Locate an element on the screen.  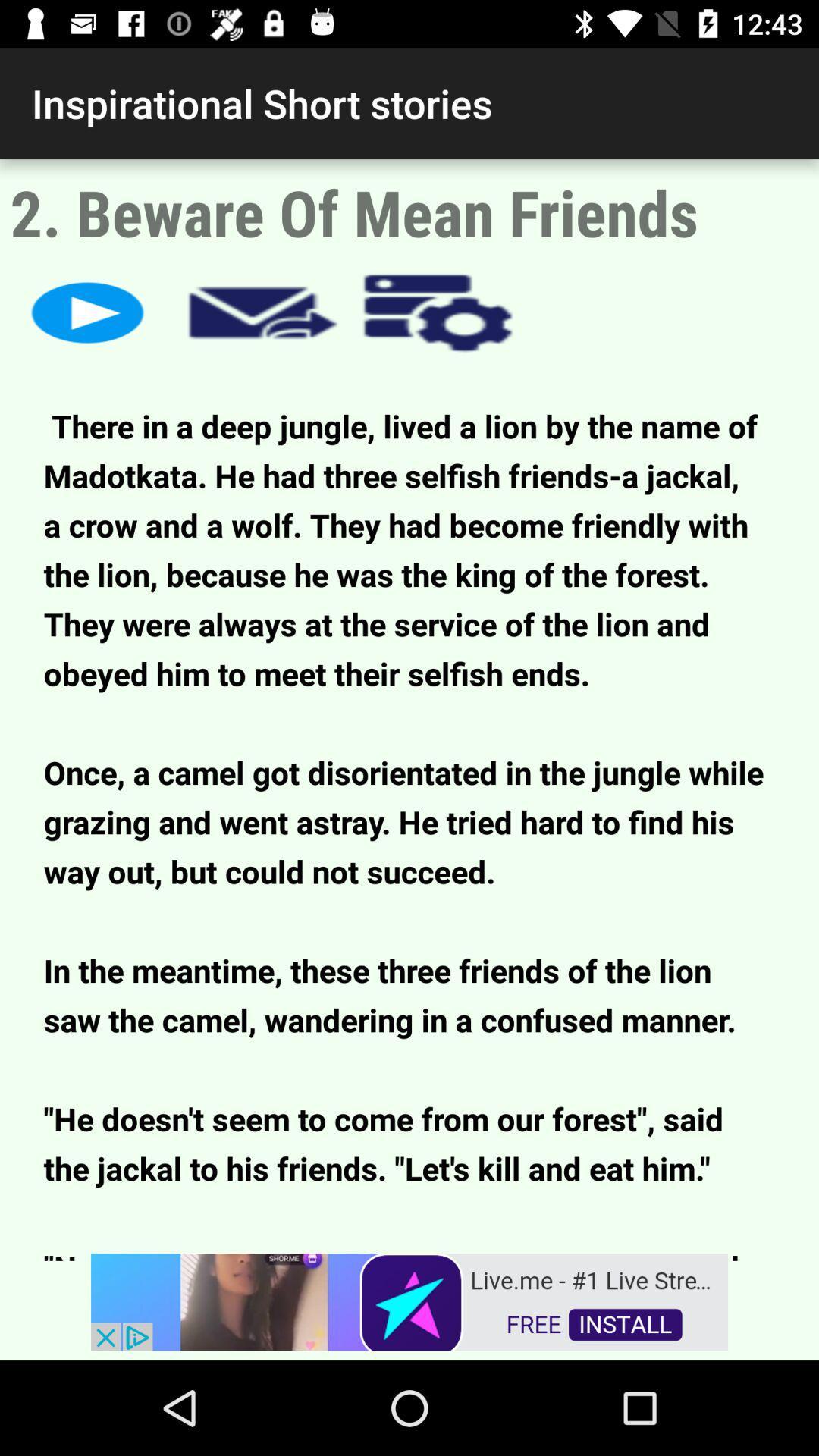
open advertisement is located at coordinates (409, 1300).